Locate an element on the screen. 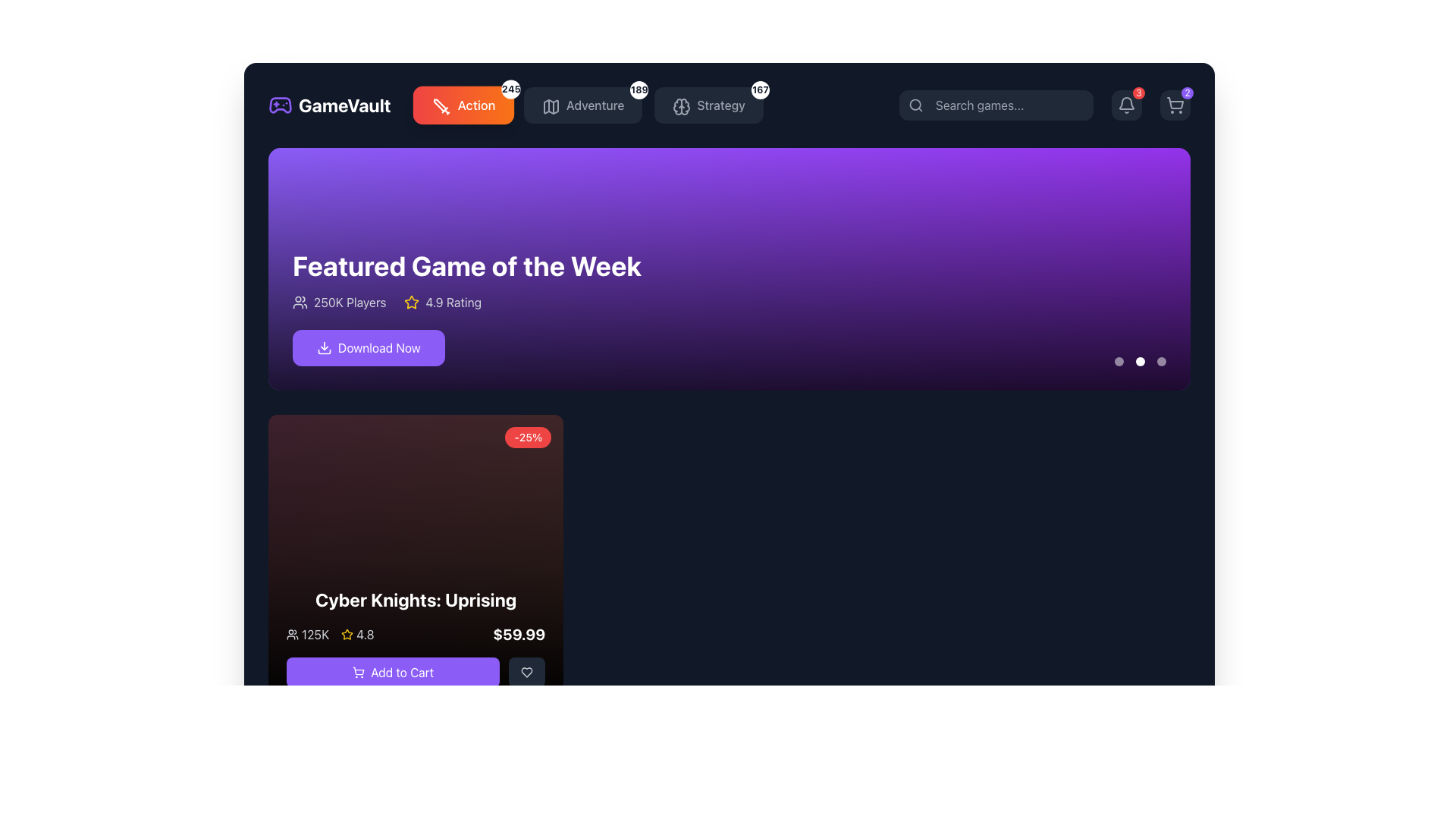  the circles of the carousel indicator is located at coordinates (1140, 362).